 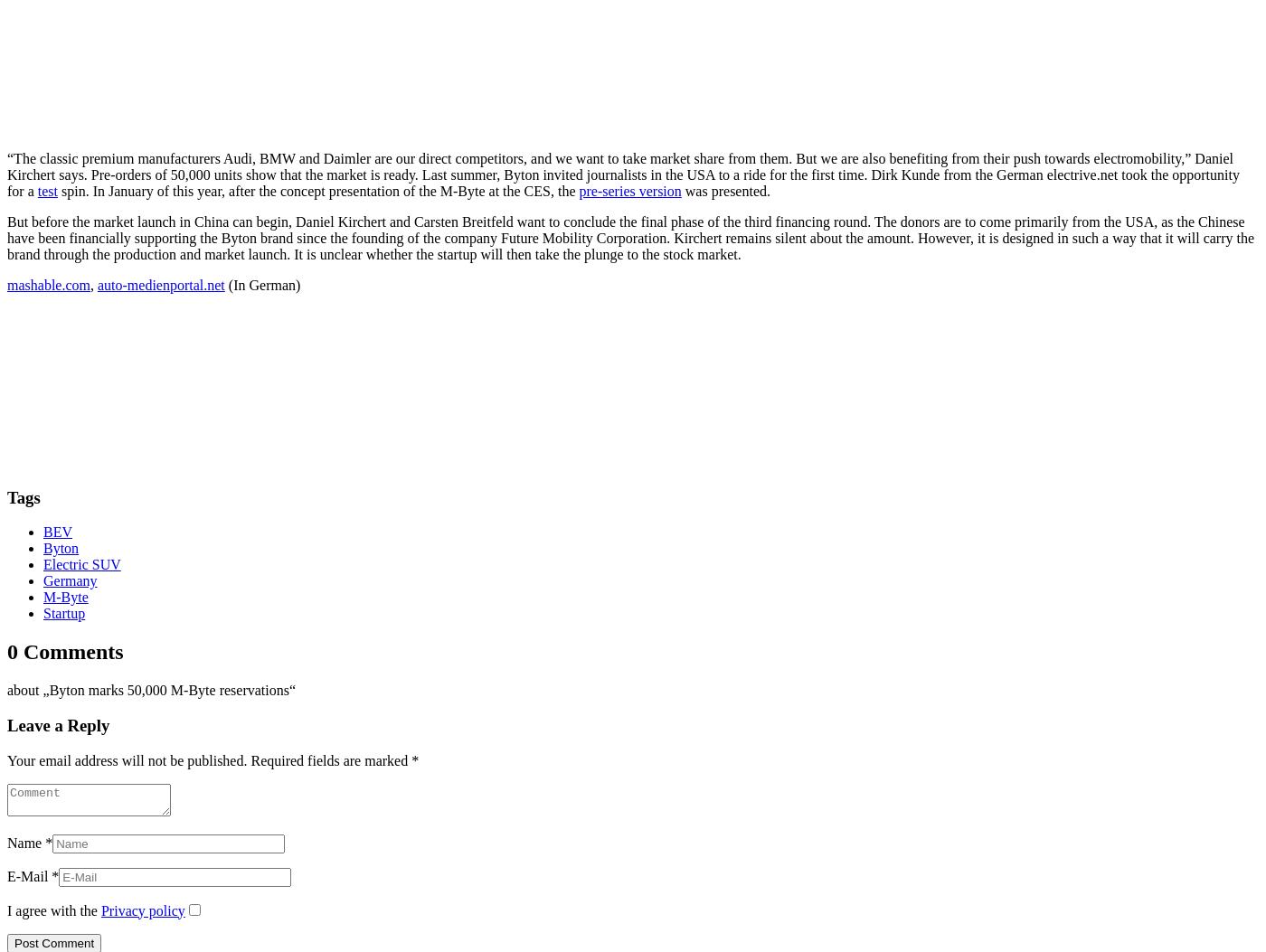 I want to click on 'Byton', so click(x=61, y=548).